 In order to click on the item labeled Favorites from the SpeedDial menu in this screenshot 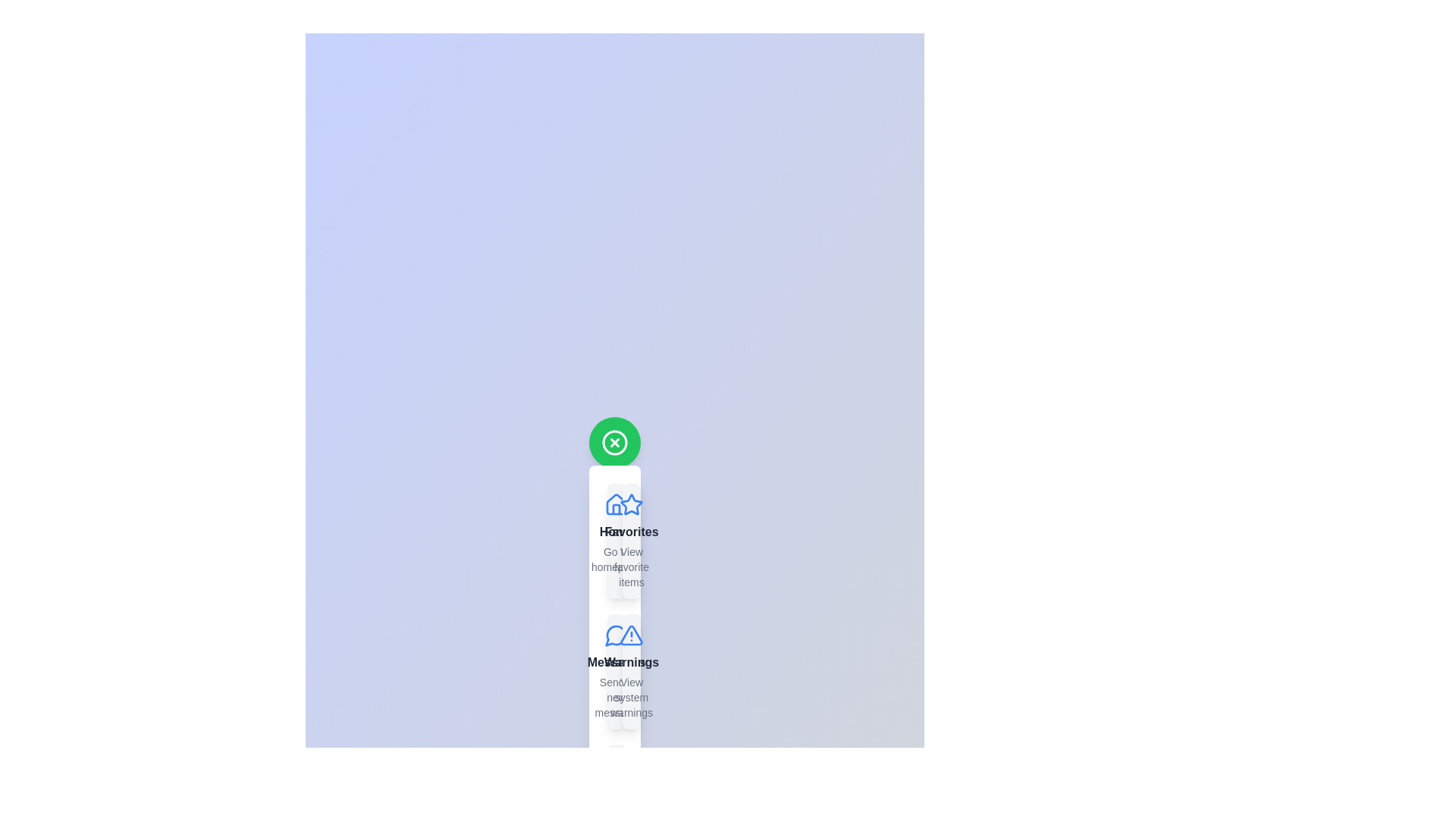, I will do `click(632, 540)`.